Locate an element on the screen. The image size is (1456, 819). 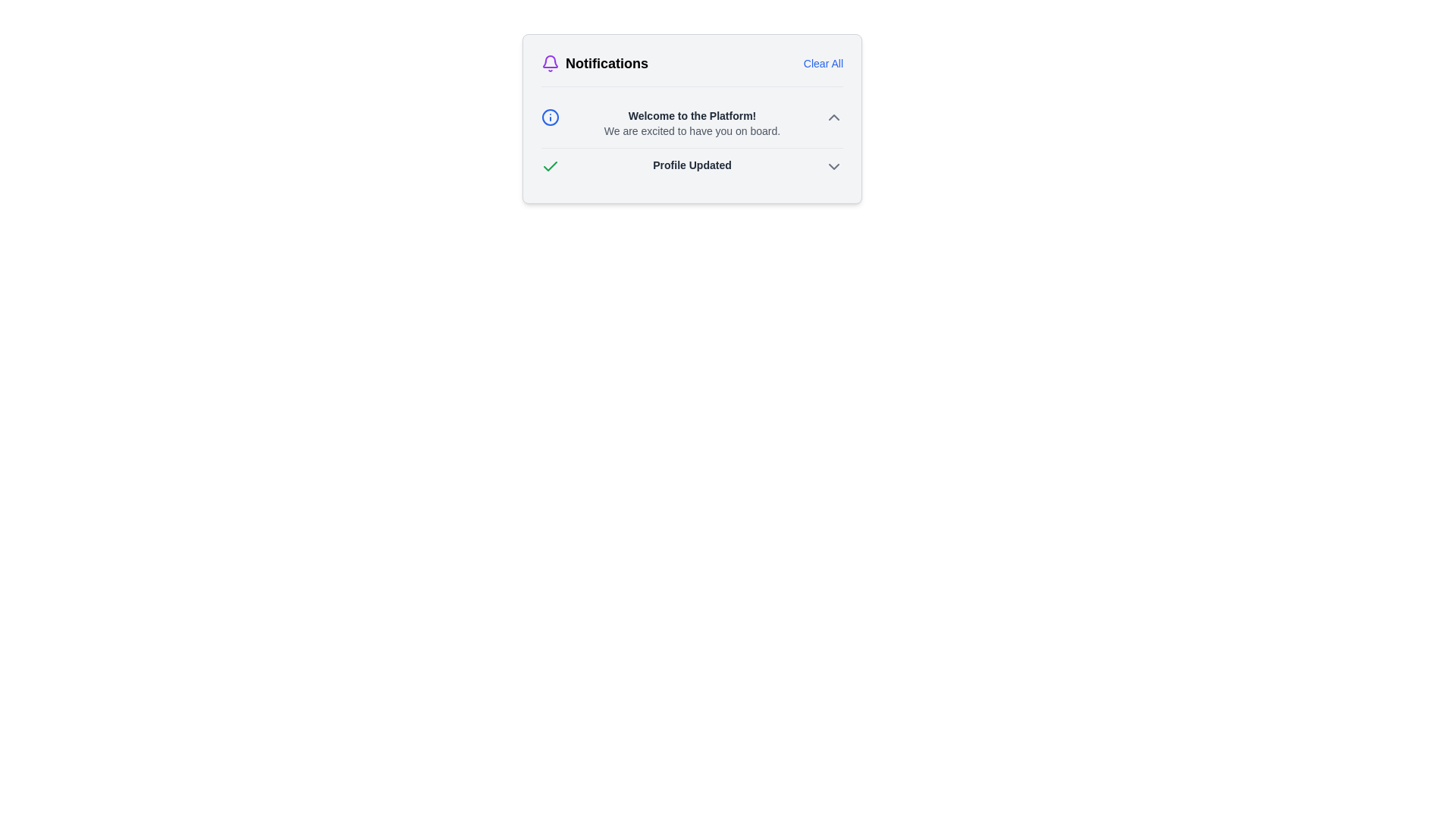
the Notification row with dropdown capability is located at coordinates (691, 166).